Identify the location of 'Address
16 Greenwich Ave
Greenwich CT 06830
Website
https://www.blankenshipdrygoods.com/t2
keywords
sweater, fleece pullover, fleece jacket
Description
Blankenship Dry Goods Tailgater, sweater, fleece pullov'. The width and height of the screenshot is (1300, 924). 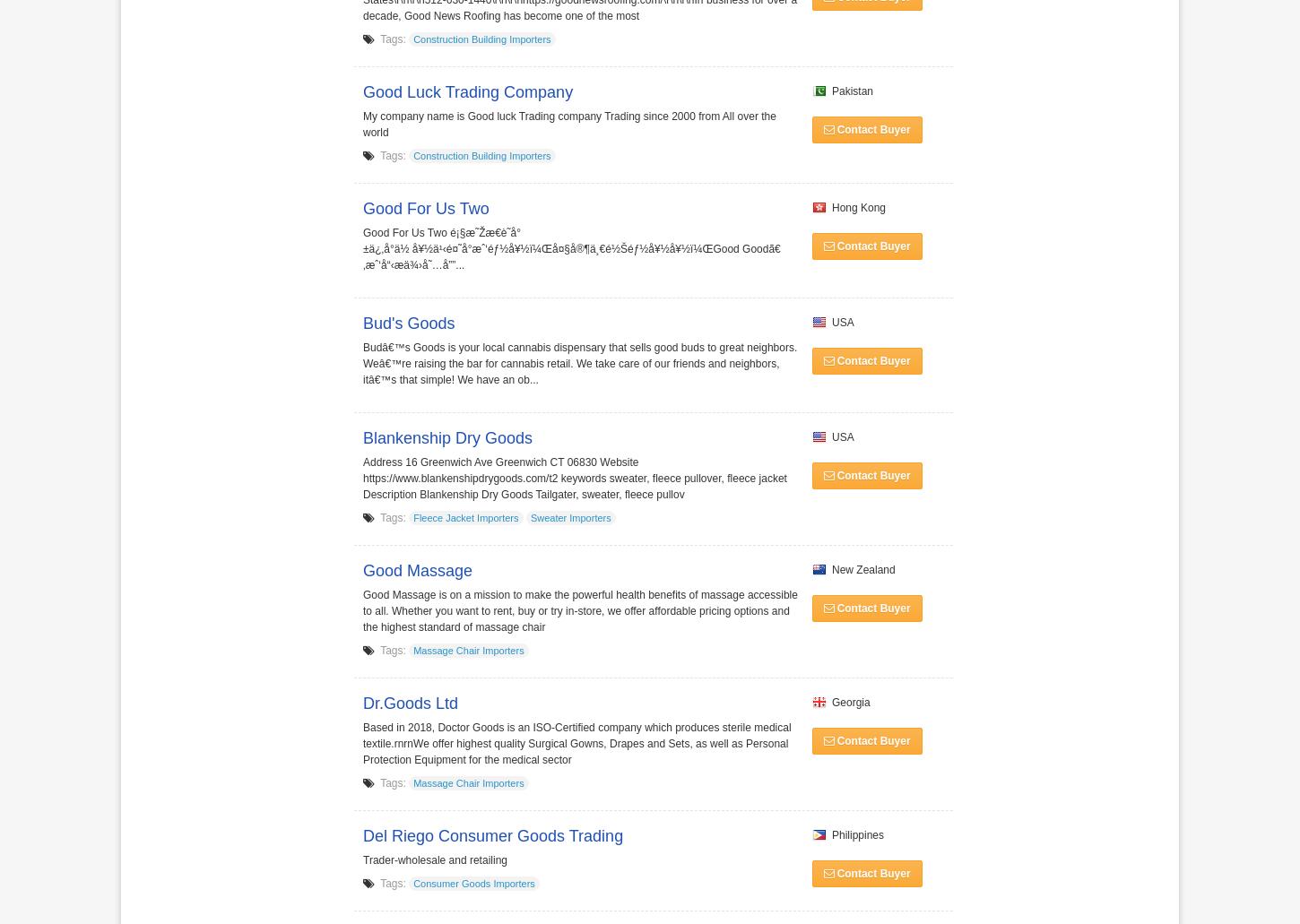
(574, 477).